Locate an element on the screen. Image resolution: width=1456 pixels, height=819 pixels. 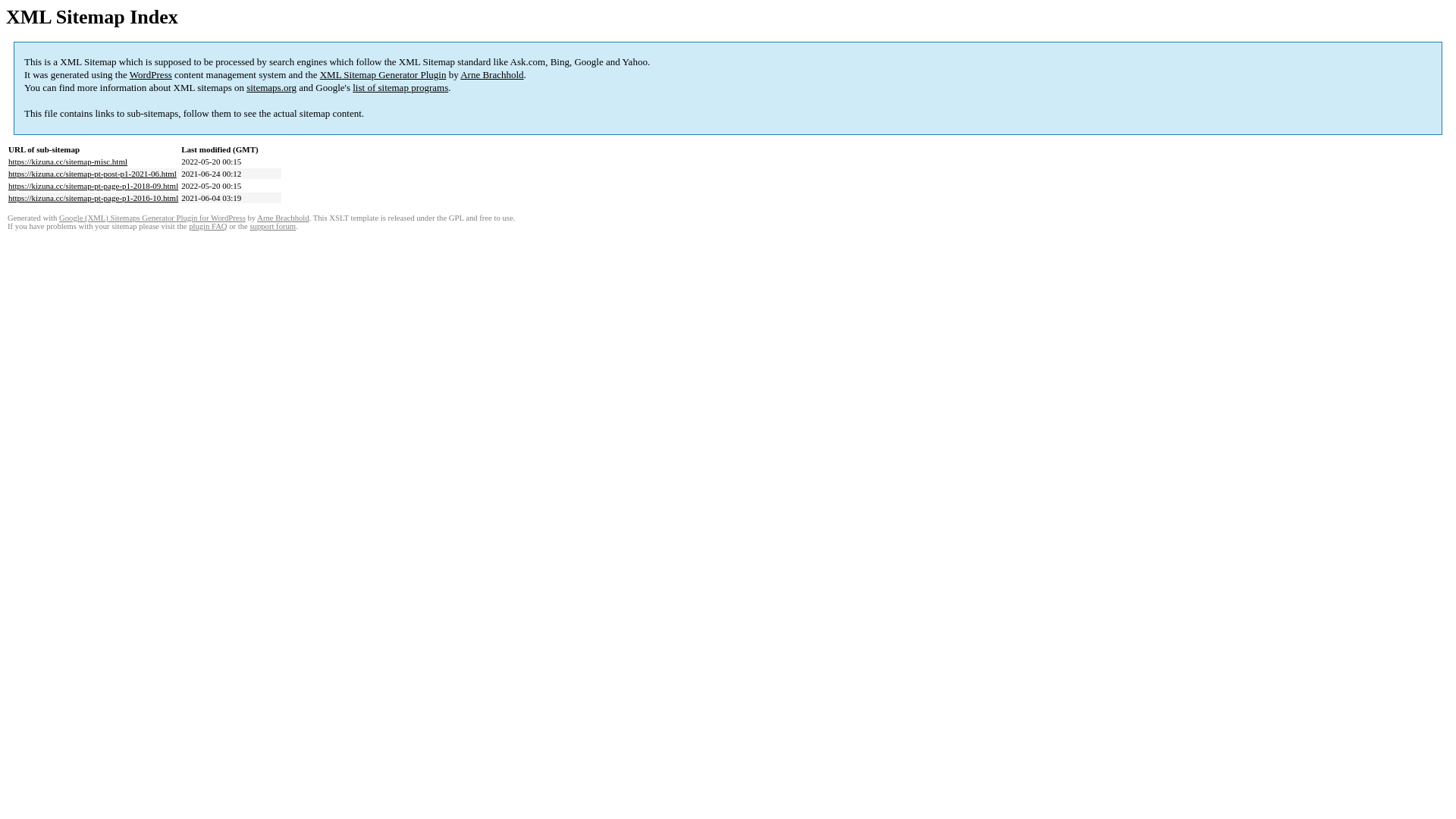
'list of sitemap programs' is located at coordinates (400, 87).